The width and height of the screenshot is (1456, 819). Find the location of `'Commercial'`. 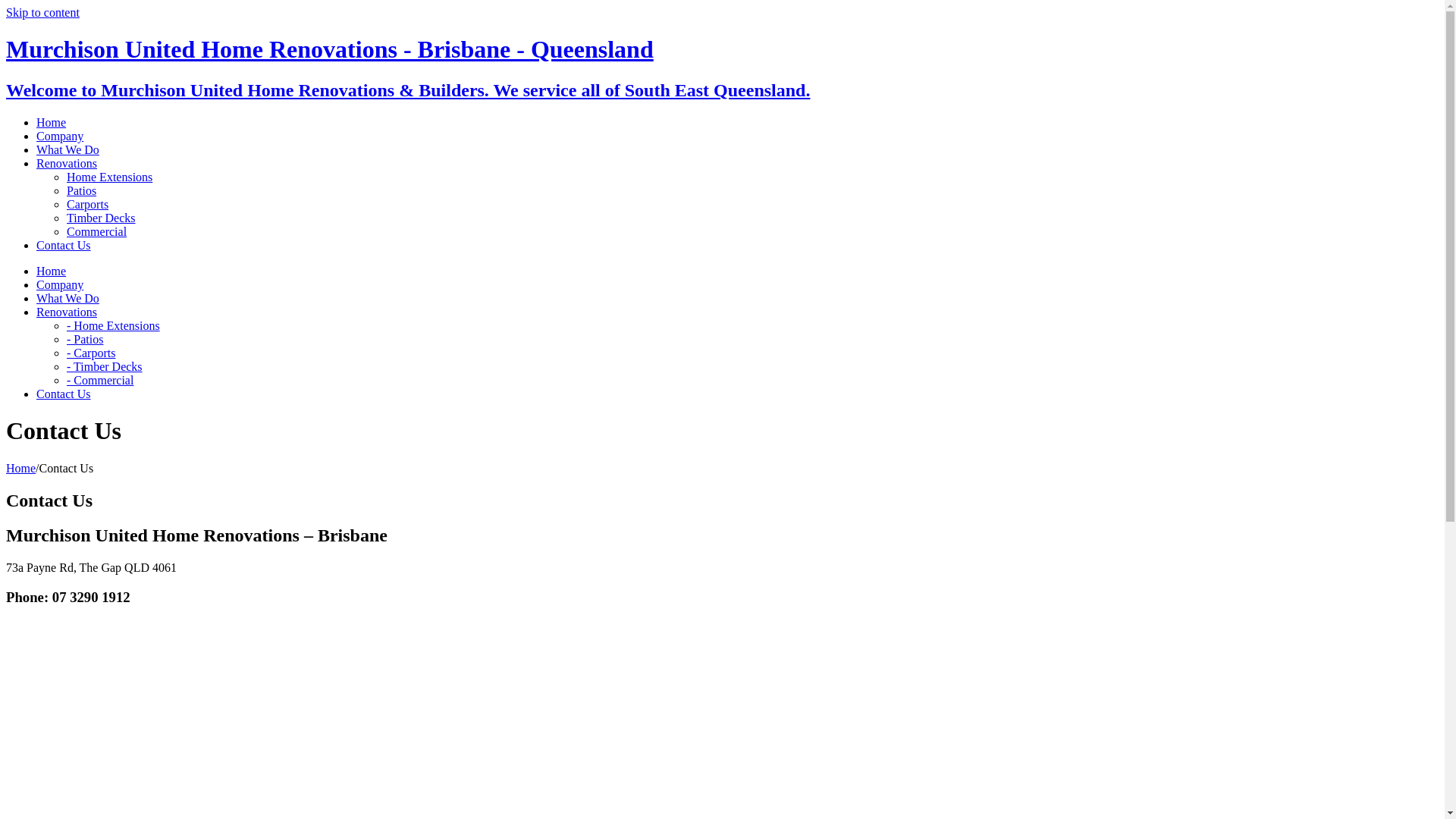

'Commercial' is located at coordinates (96, 231).